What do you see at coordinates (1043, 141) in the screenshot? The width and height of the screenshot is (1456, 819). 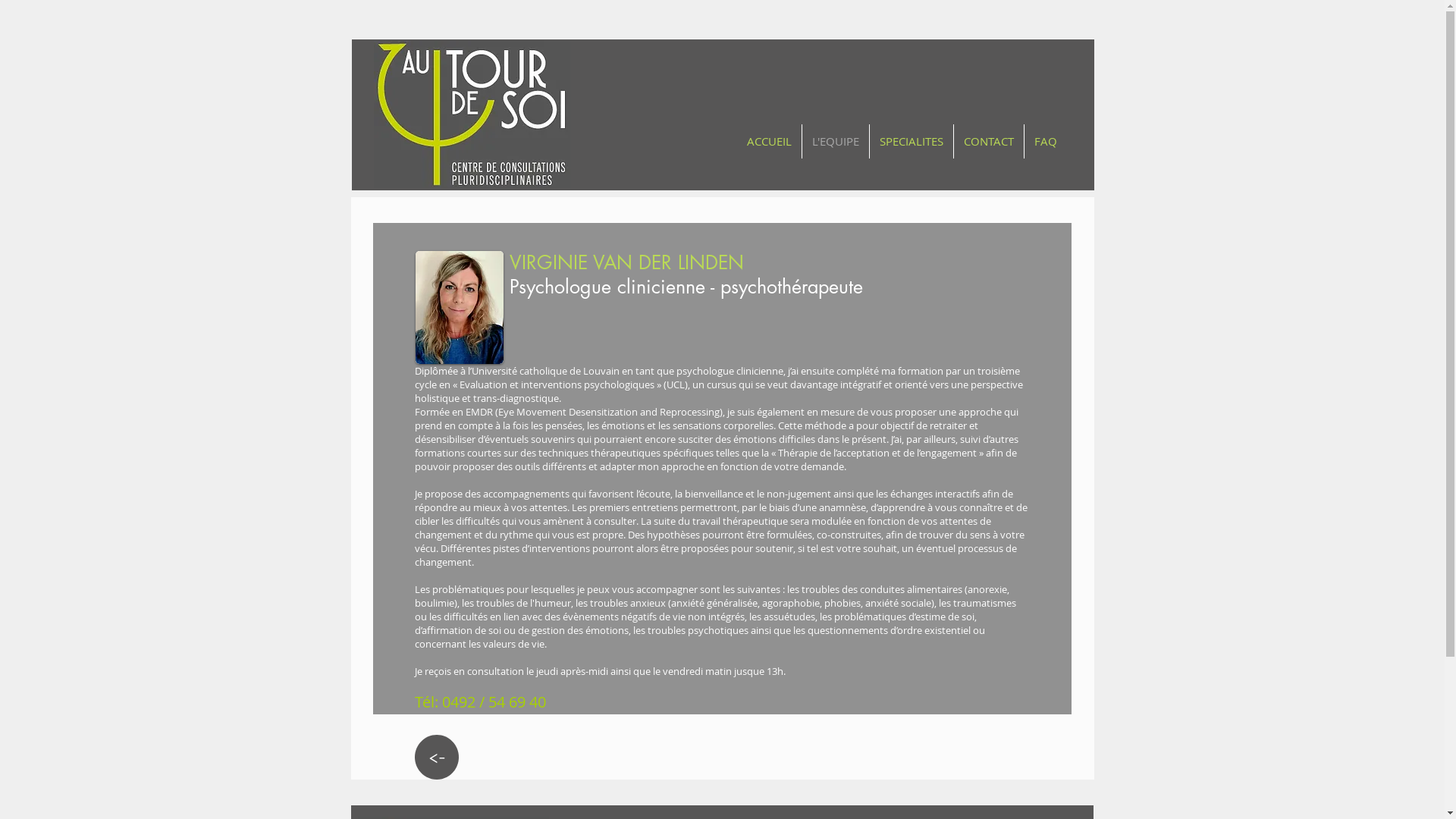 I see `'FAQ'` at bounding box center [1043, 141].